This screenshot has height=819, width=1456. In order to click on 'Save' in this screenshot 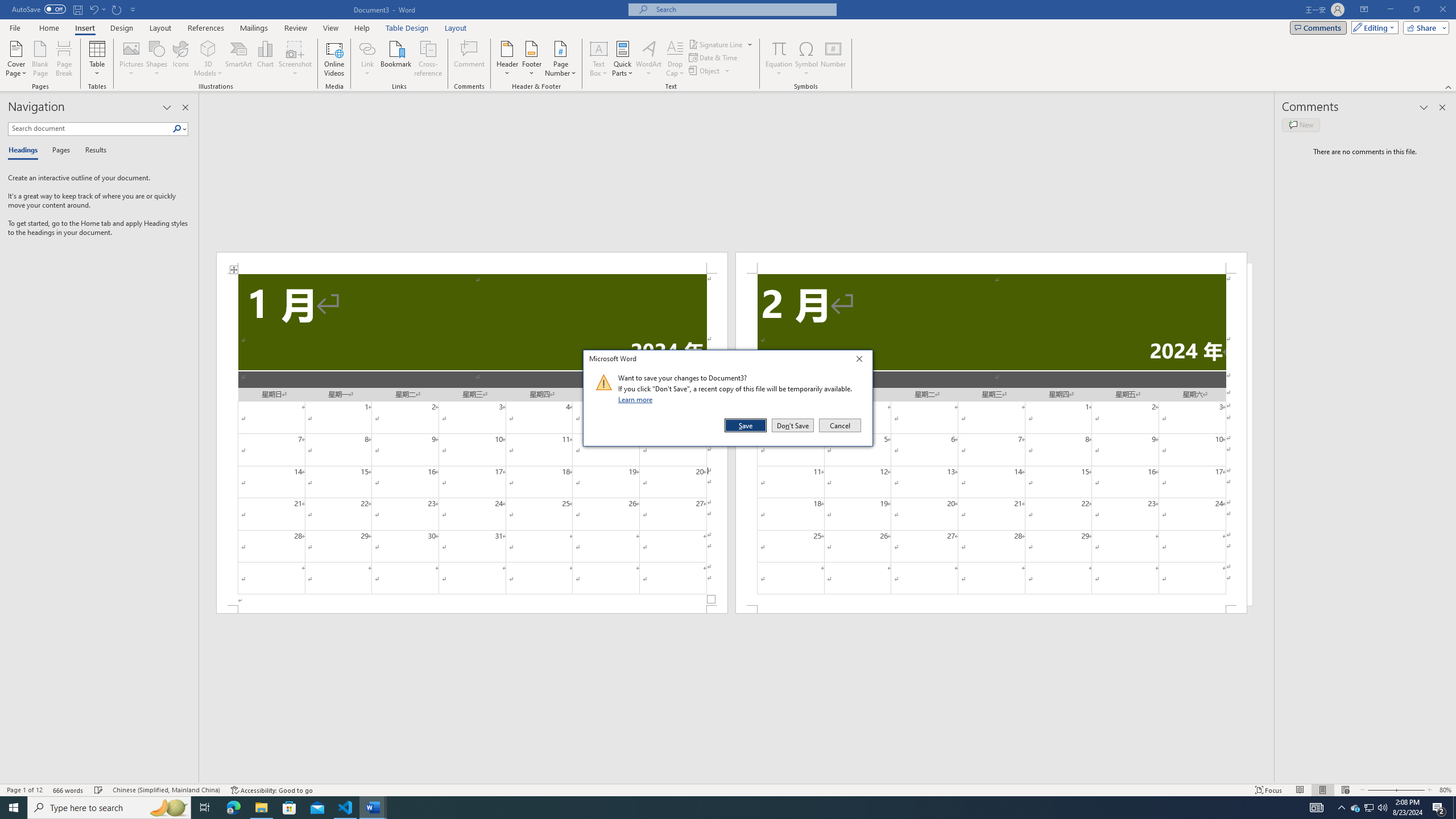, I will do `click(746, 425)`.